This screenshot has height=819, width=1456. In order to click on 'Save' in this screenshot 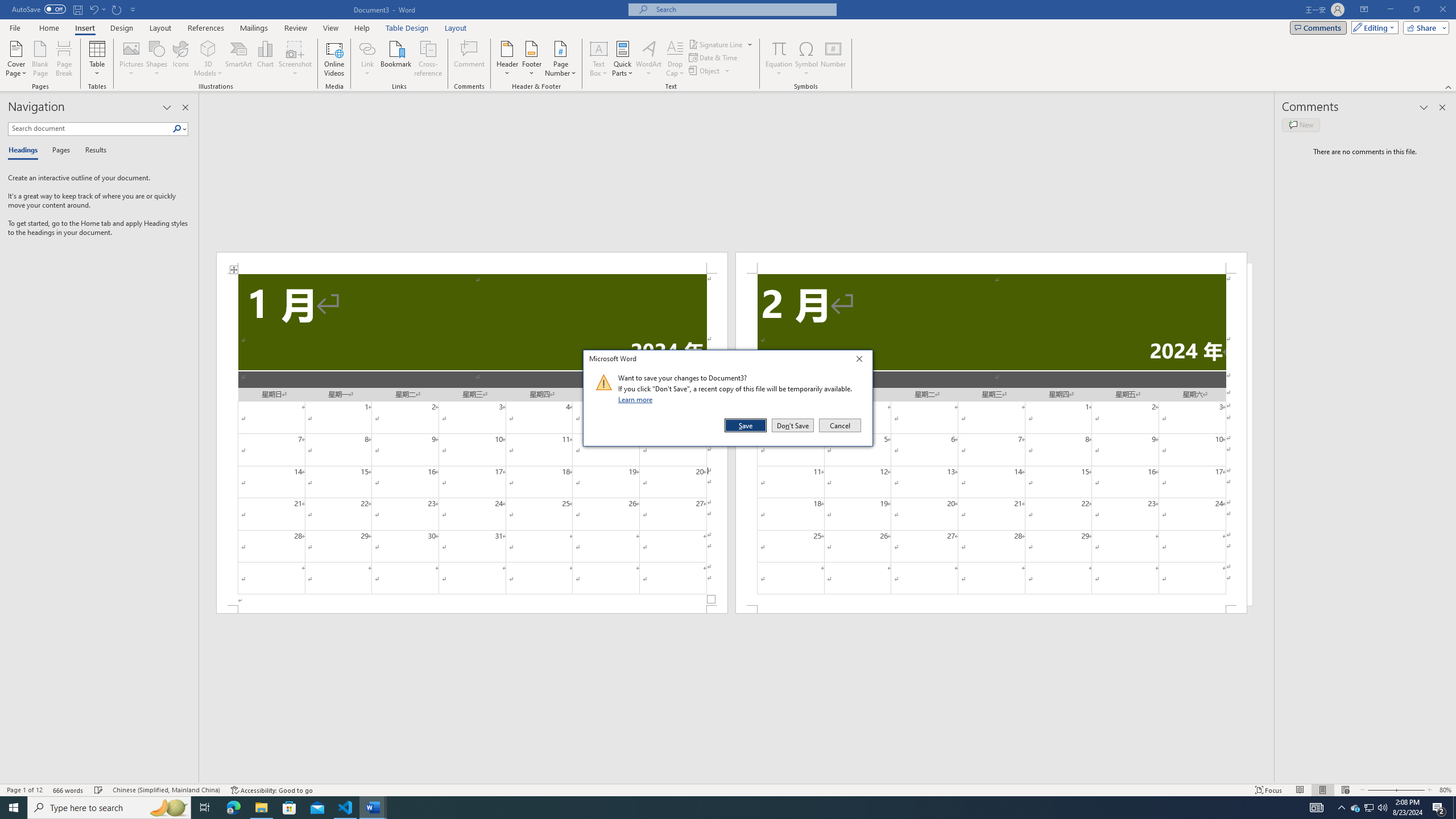, I will do `click(746, 425)`.